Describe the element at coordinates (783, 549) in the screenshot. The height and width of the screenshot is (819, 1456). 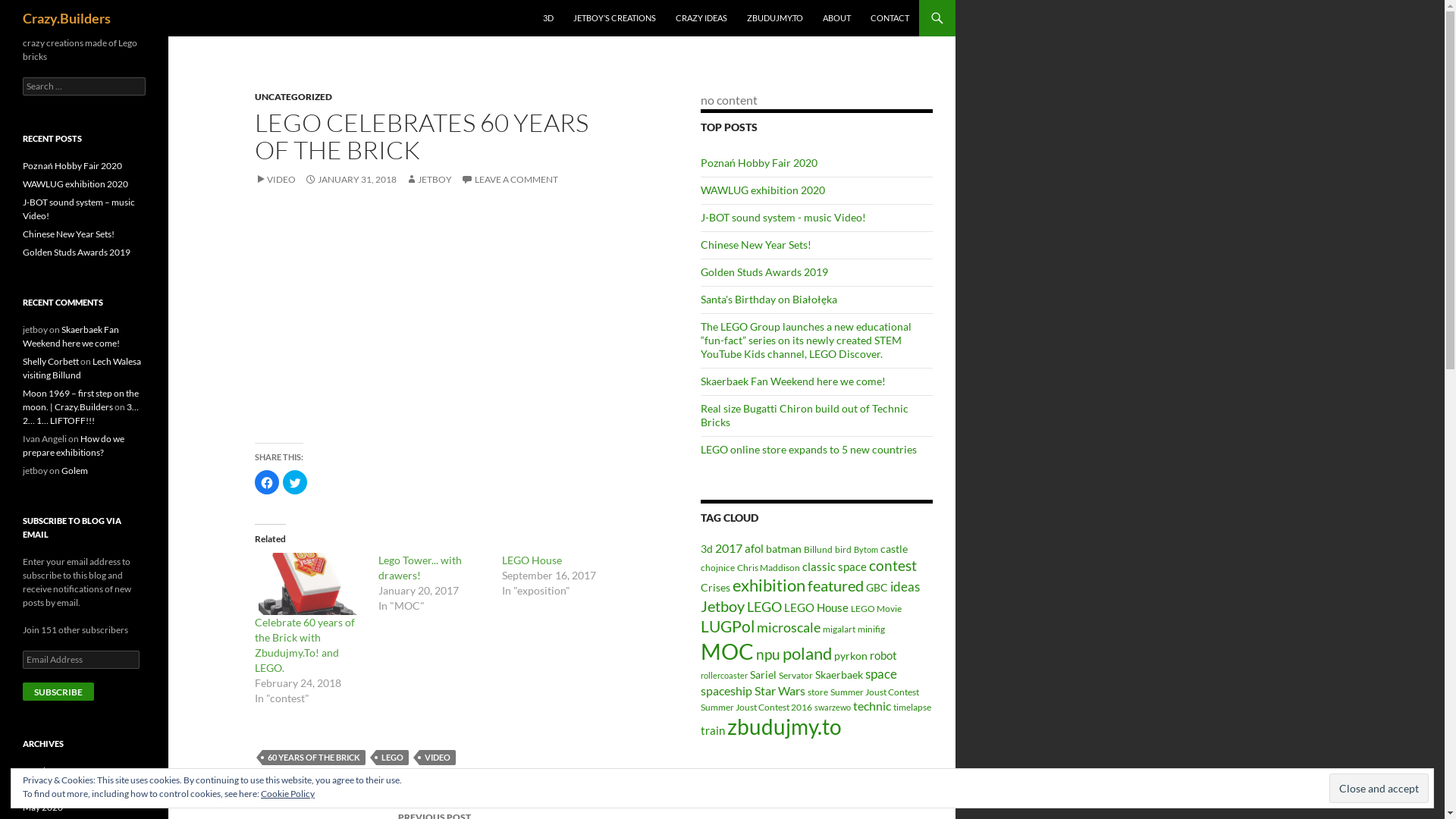
I see `'batman'` at that location.